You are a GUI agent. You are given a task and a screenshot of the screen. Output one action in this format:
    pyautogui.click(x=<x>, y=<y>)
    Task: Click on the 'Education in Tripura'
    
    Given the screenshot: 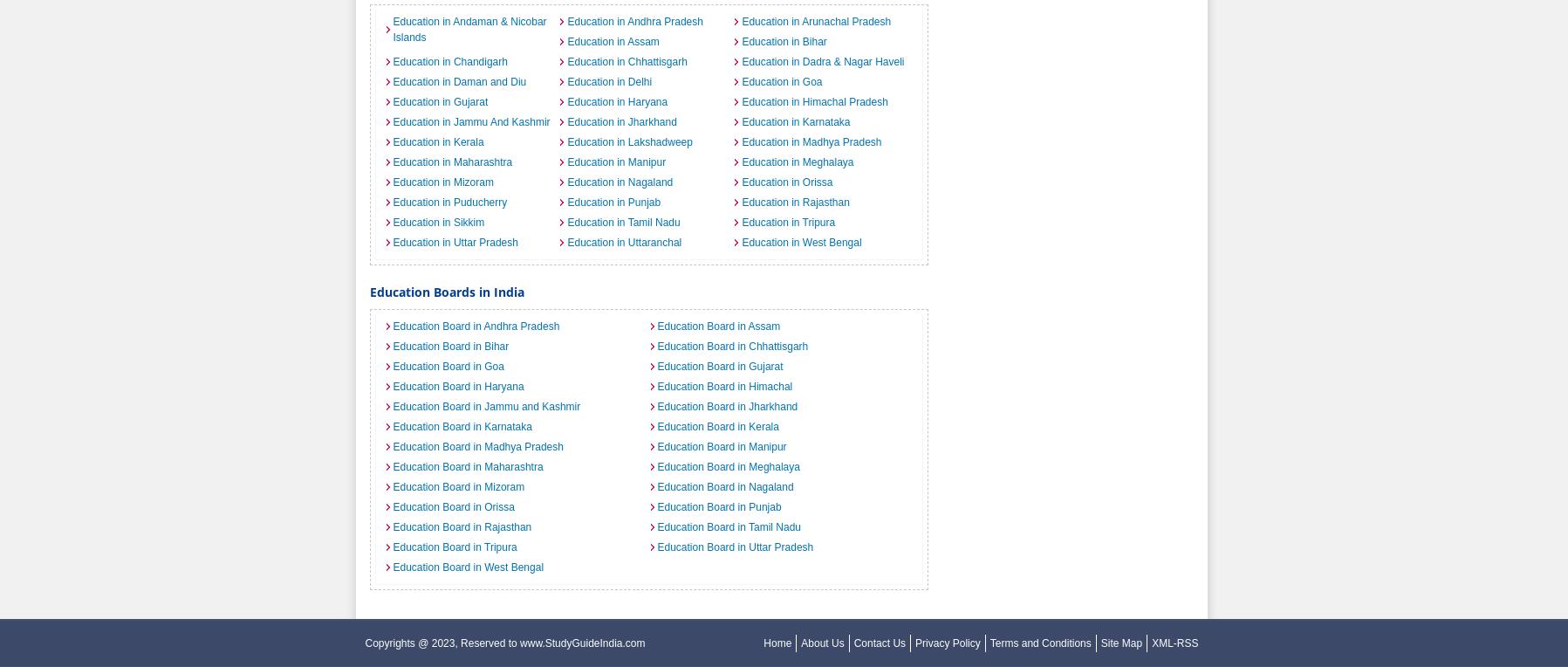 What is the action you would take?
    pyautogui.click(x=788, y=223)
    